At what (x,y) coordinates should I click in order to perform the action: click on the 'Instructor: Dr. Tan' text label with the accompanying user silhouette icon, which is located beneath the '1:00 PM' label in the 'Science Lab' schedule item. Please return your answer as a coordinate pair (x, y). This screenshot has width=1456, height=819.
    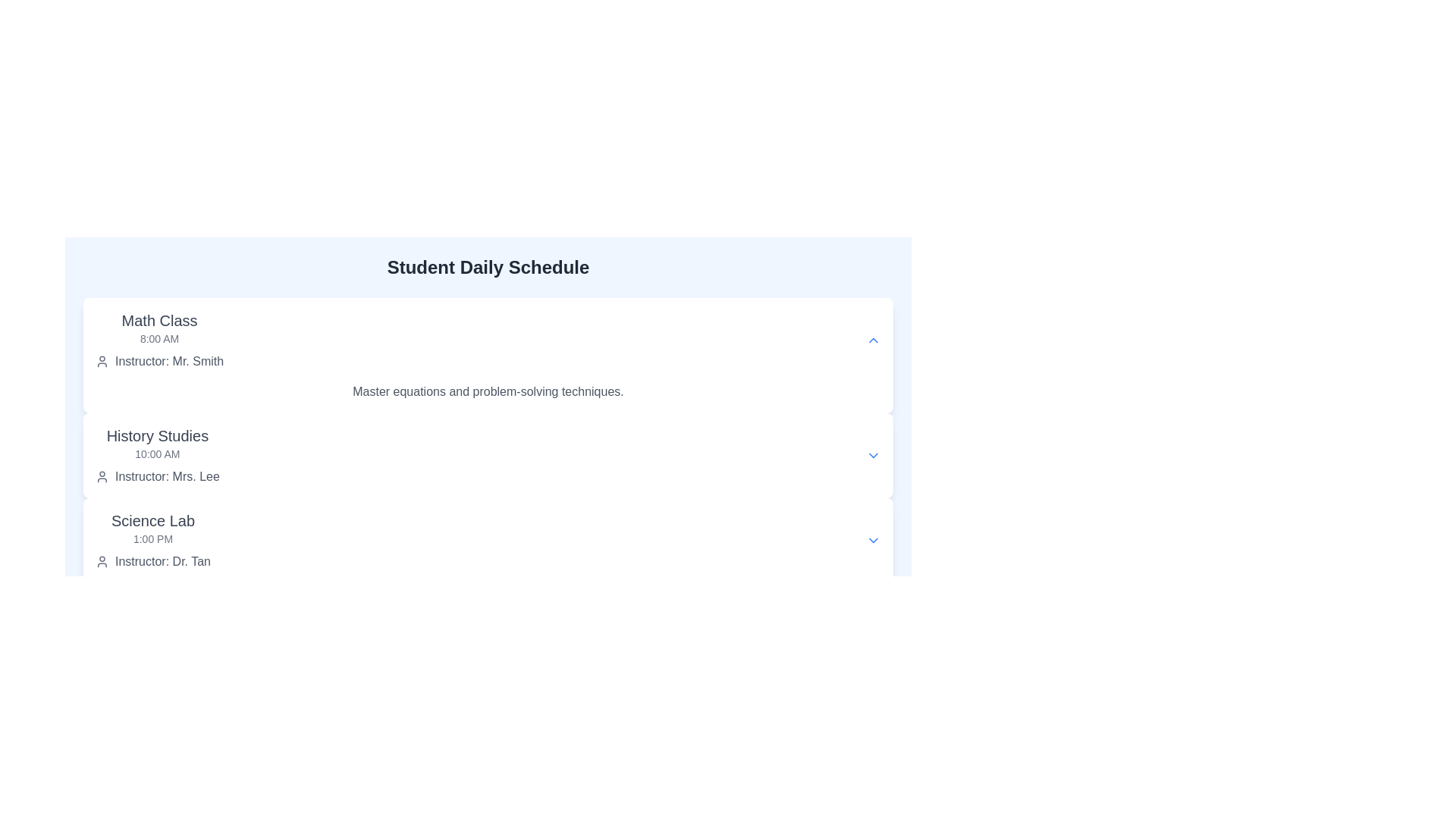
    Looking at the image, I should click on (152, 561).